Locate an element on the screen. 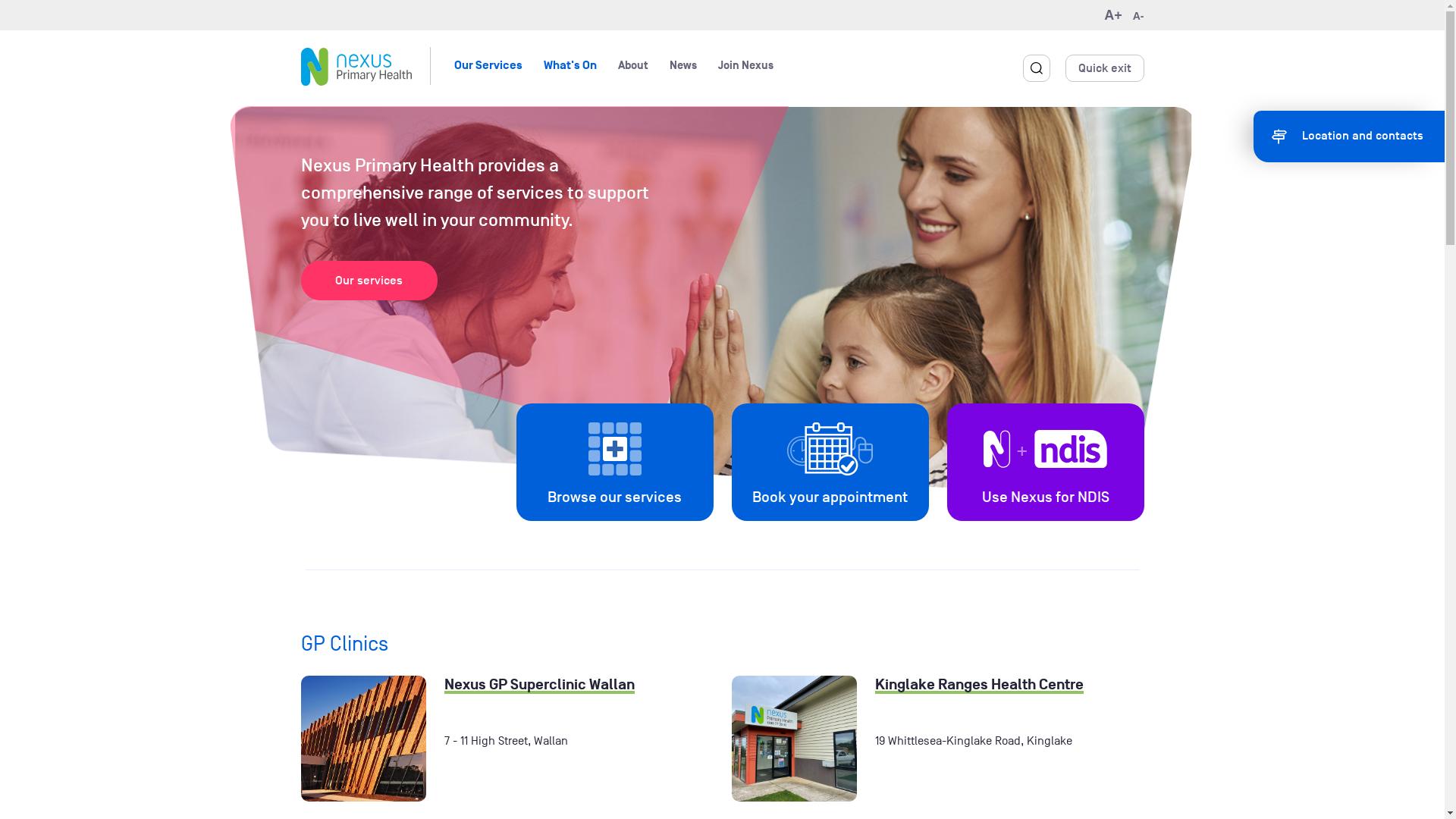 Image resolution: width=1456 pixels, height=819 pixels. 'About' is located at coordinates (632, 64).